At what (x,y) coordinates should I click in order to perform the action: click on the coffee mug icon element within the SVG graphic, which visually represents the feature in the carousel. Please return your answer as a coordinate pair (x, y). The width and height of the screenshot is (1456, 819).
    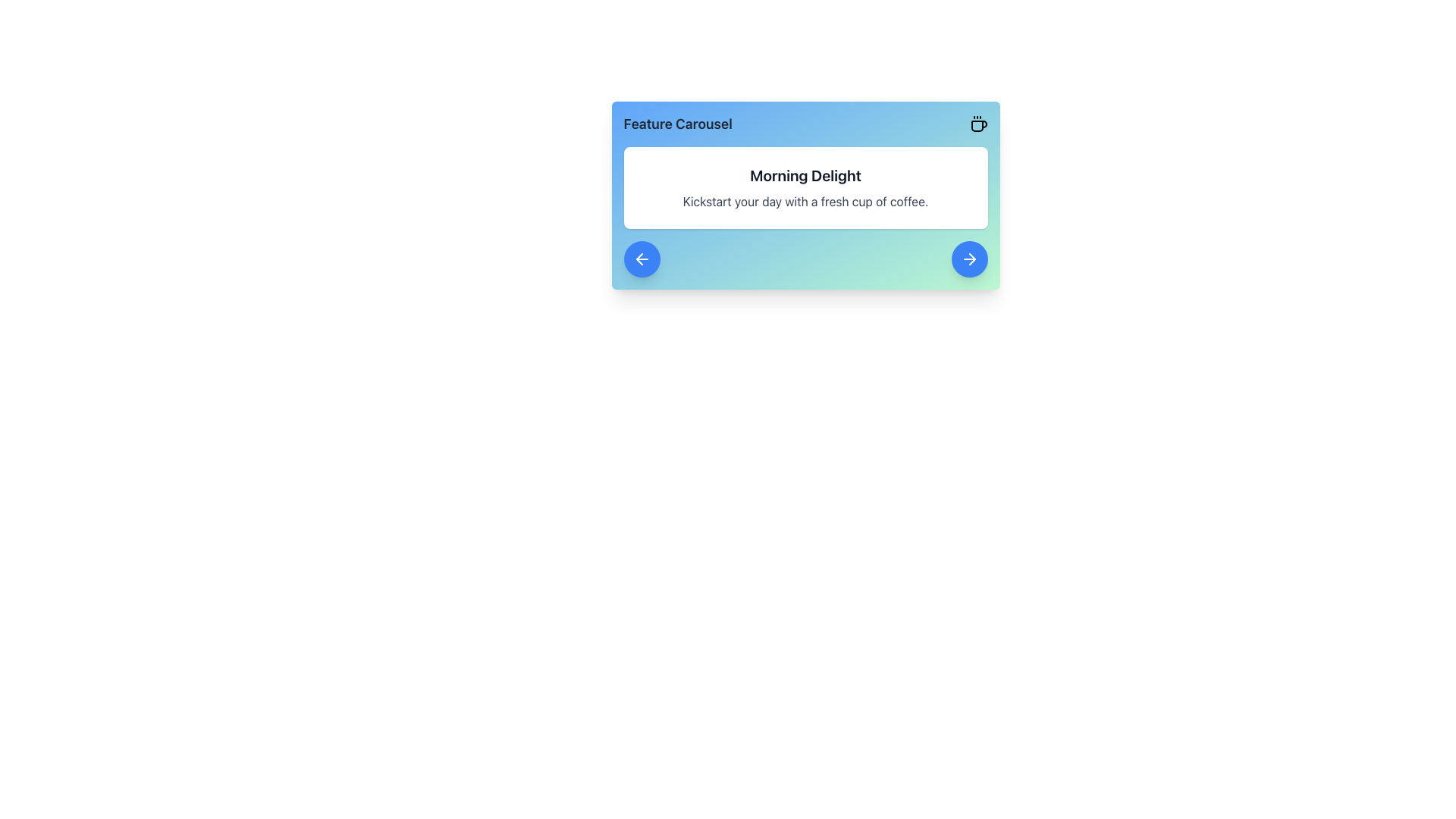
    Looking at the image, I should click on (979, 125).